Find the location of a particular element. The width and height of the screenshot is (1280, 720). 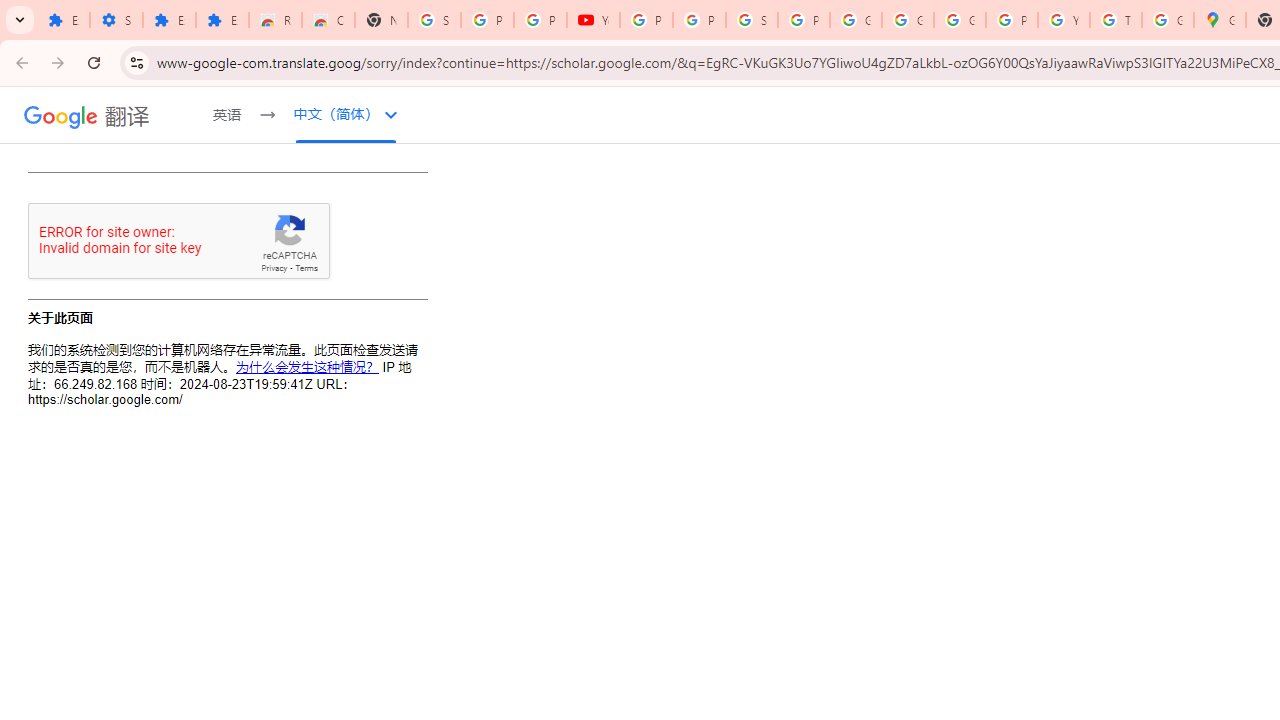

'Reviews: Helix Fruit Jump Arcade Game' is located at coordinates (274, 20).